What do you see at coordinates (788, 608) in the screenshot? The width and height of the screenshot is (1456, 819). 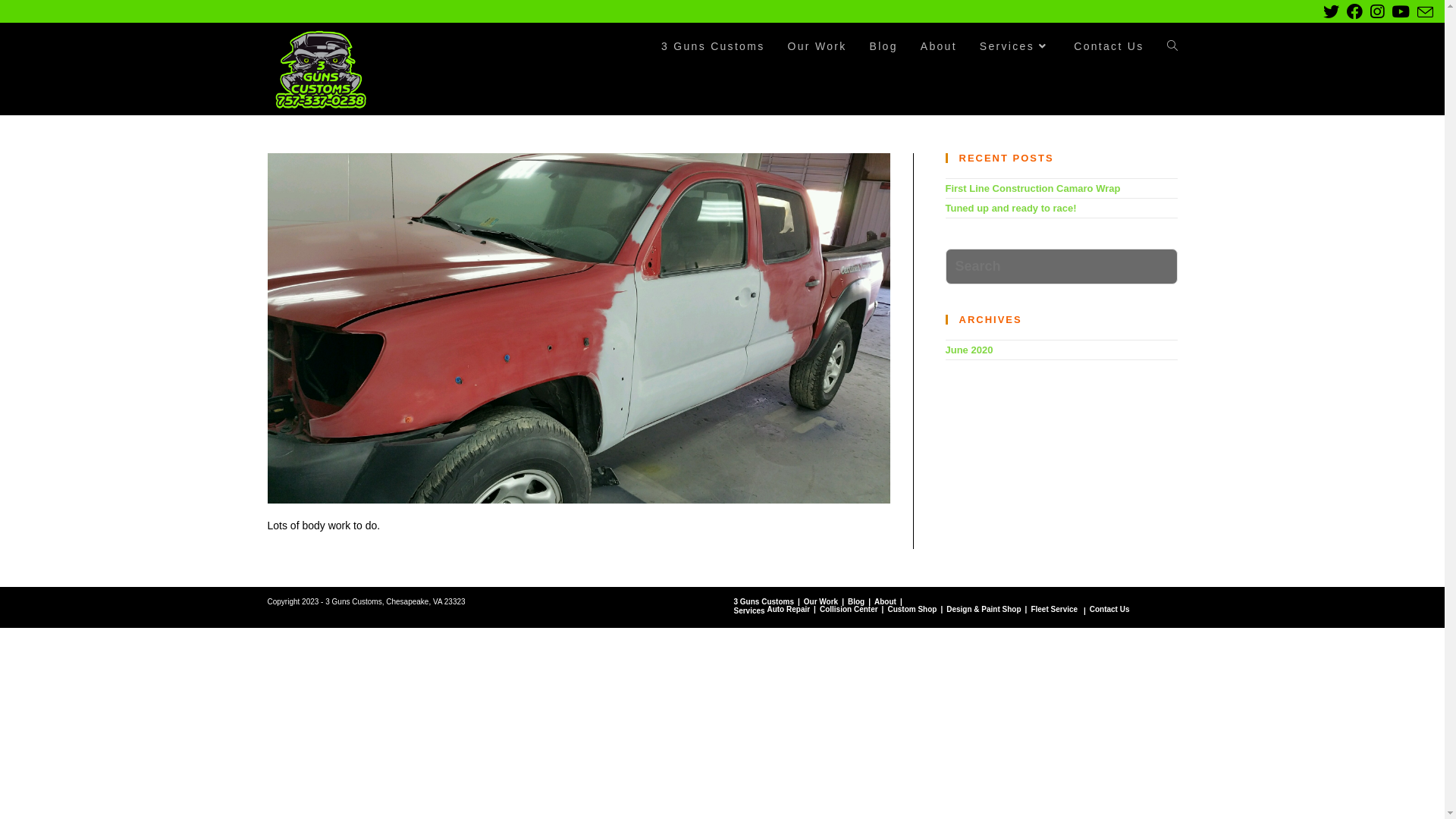 I see `'Auto Repair'` at bounding box center [788, 608].